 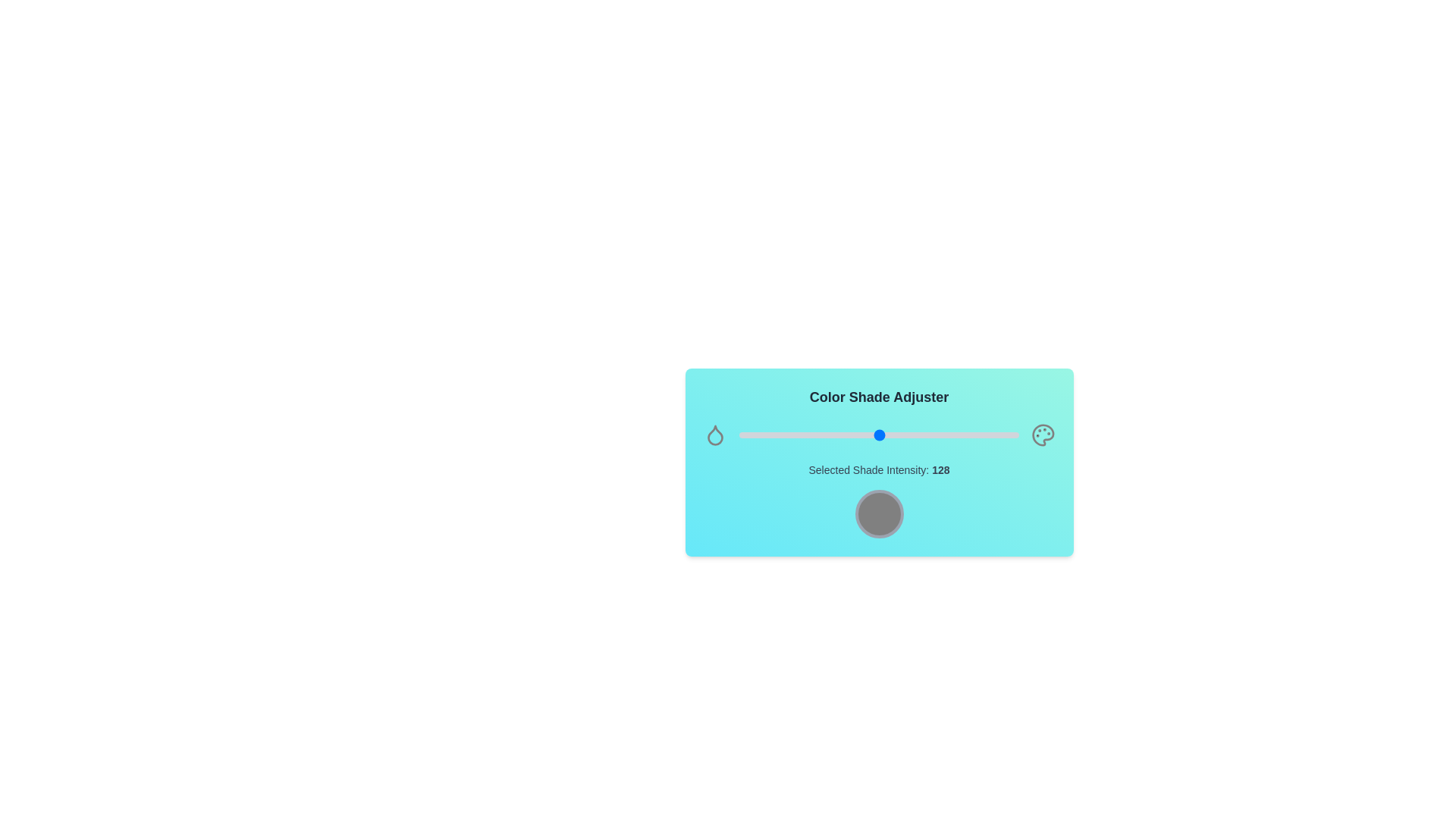 I want to click on the shade intensity to 173 by interacting with the slider, so click(x=927, y=435).